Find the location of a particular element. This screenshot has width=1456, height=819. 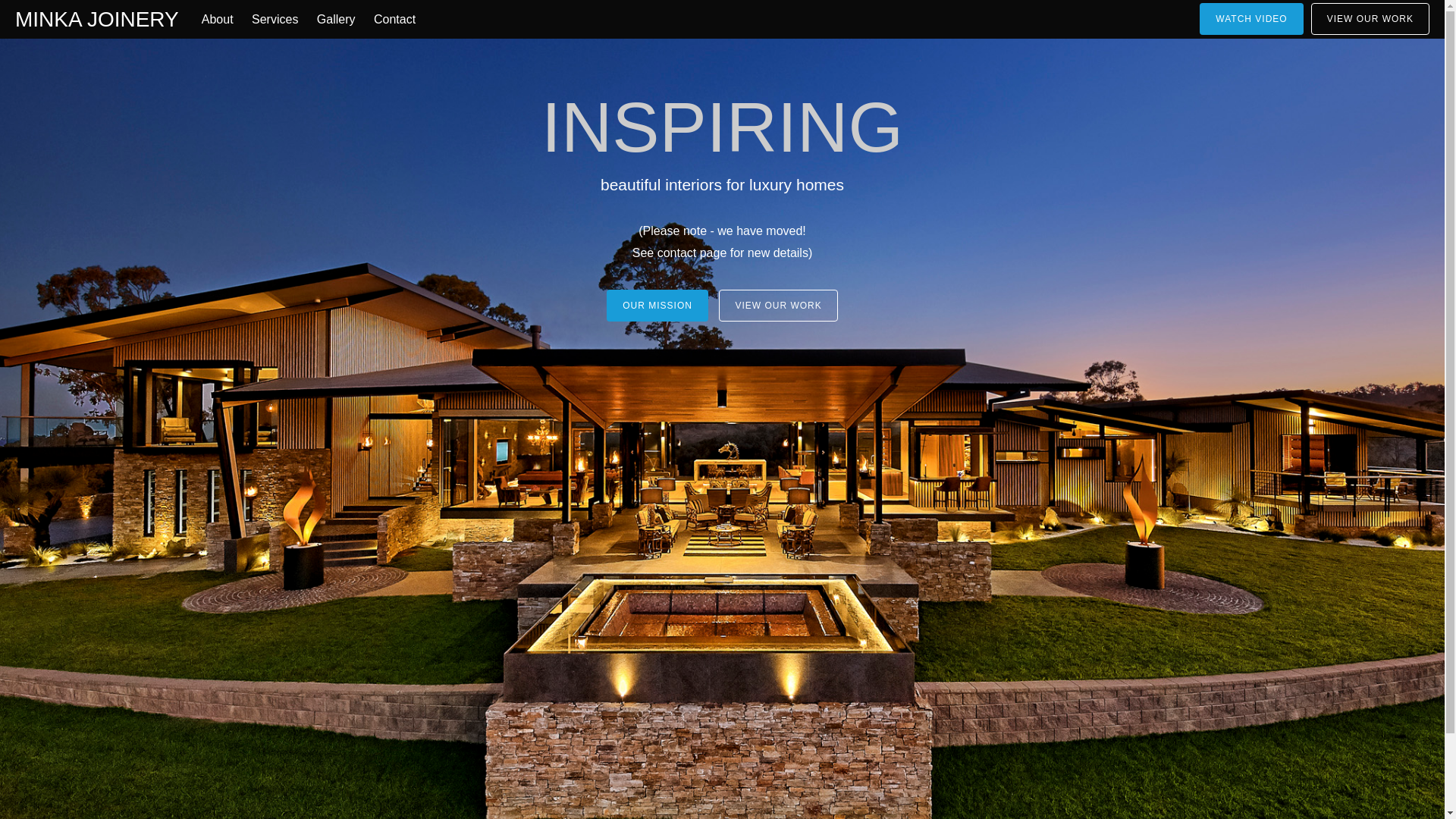

'About' is located at coordinates (217, 20).